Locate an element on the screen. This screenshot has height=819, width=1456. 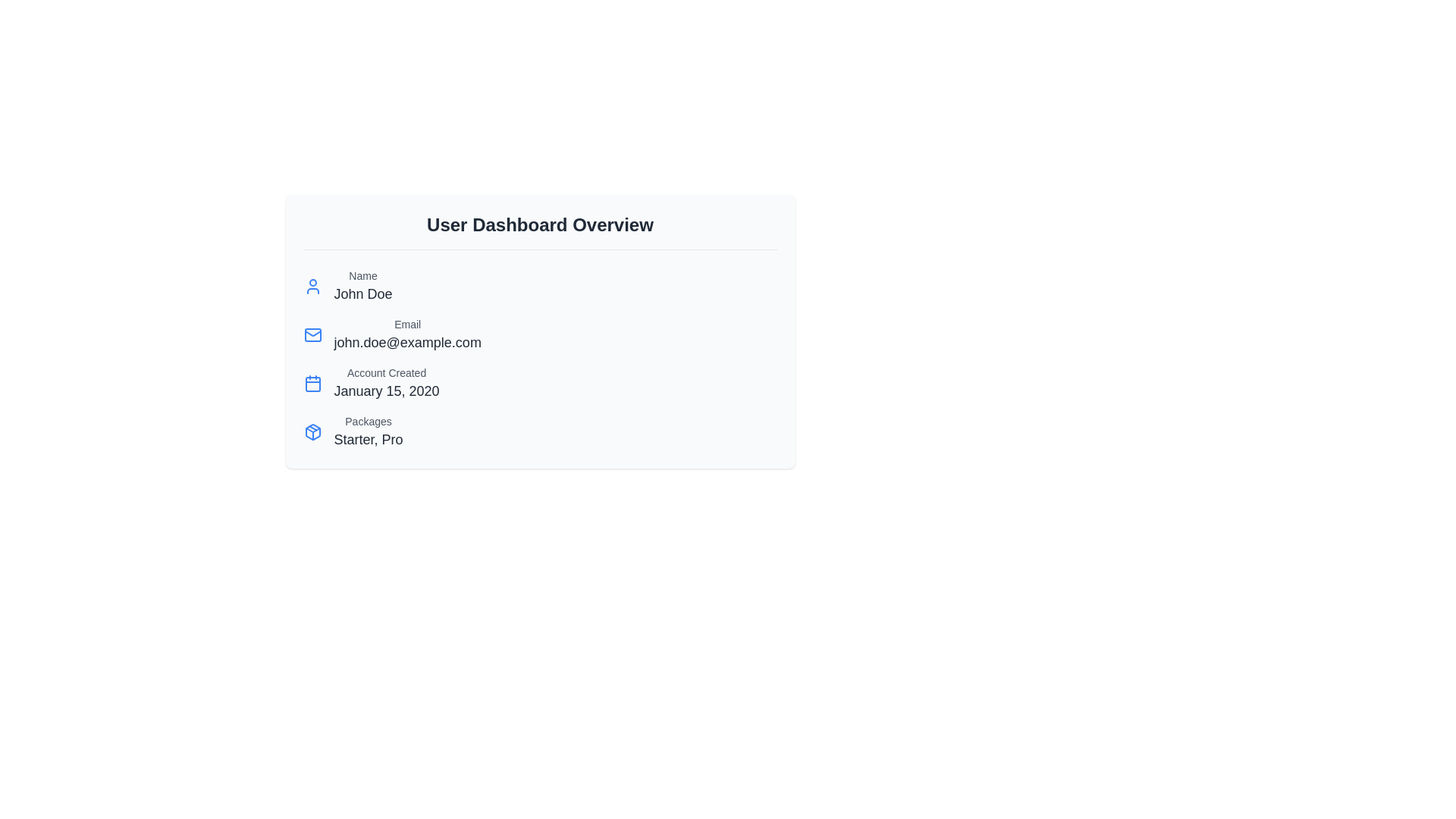
the Text label that displays the account creation date, located directly below 'Account Created' in the user dashboard section is located at coordinates (387, 391).